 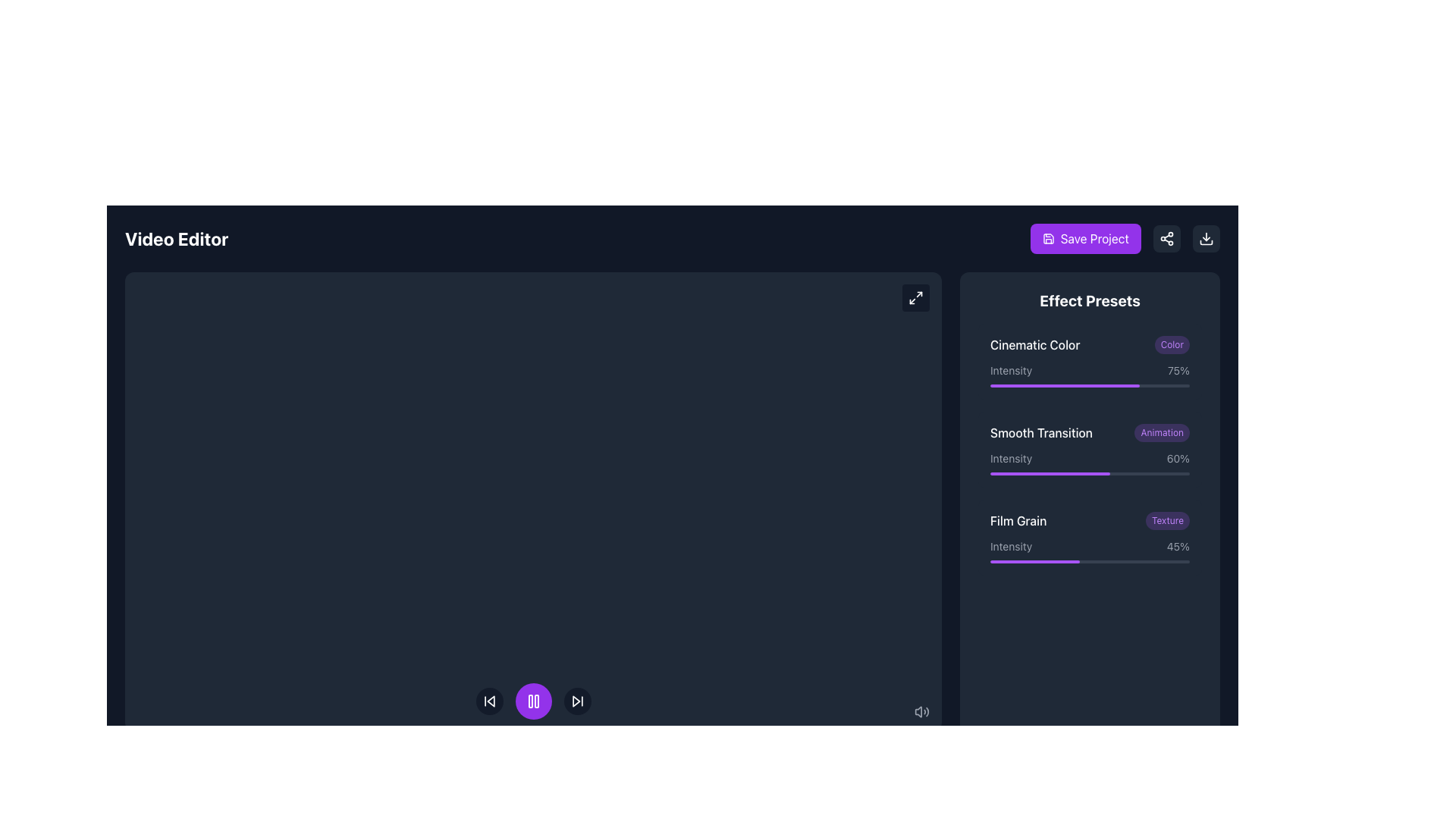 What do you see at coordinates (1084, 239) in the screenshot?
I see `the purple 'Save Project' button located in the top-right corner of the interface` at bounding box center [1084, 239].